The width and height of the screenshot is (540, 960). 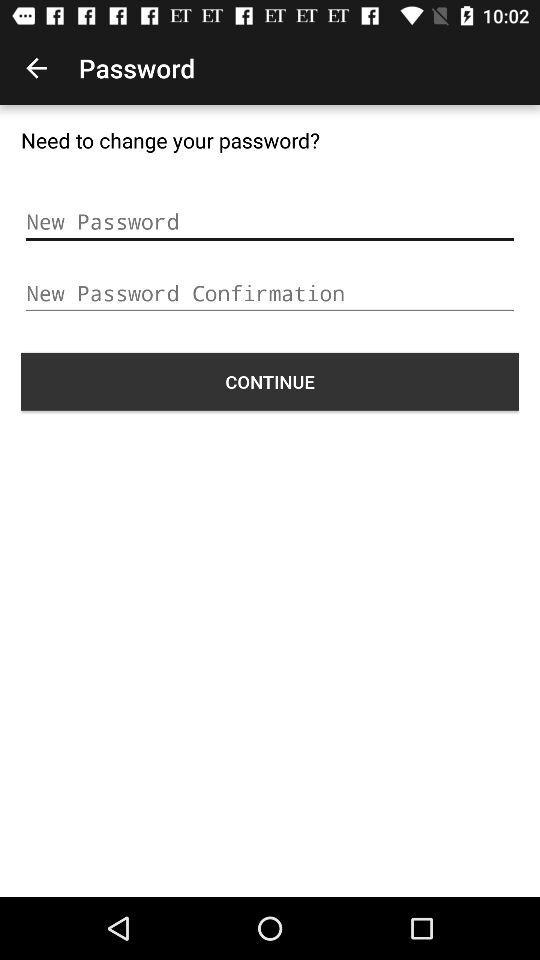 What do you see at coordinates (36, 68) in the screenshot?
I see `item to the left of the password icon` at bounding box center [36, 68].